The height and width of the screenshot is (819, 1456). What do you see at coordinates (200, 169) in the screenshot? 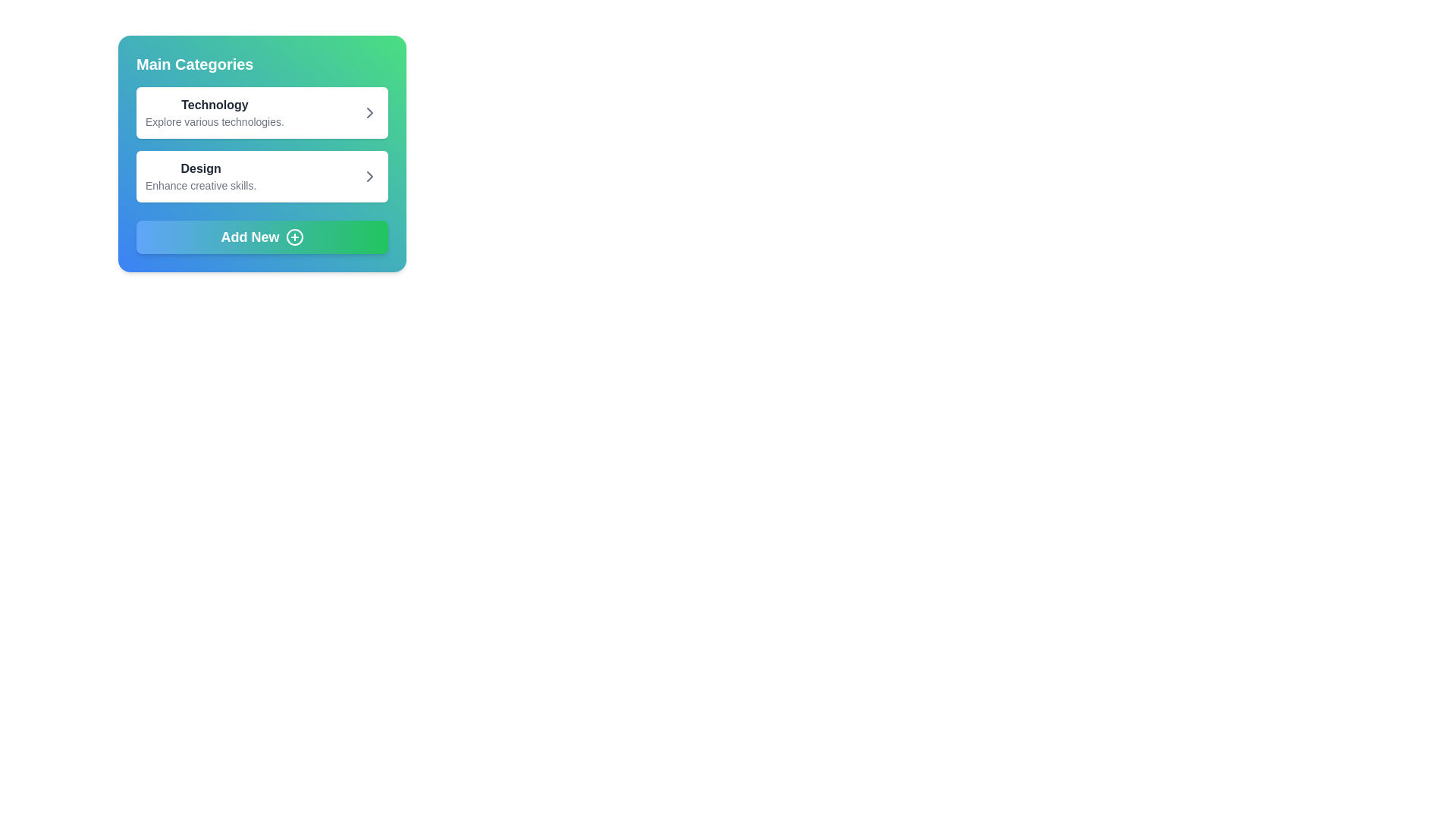
I see `title label located above the text description 'Enhance creative skills.' within the card interface that is part of the 'Main Categories' panel` at bounding box center [200, 169].